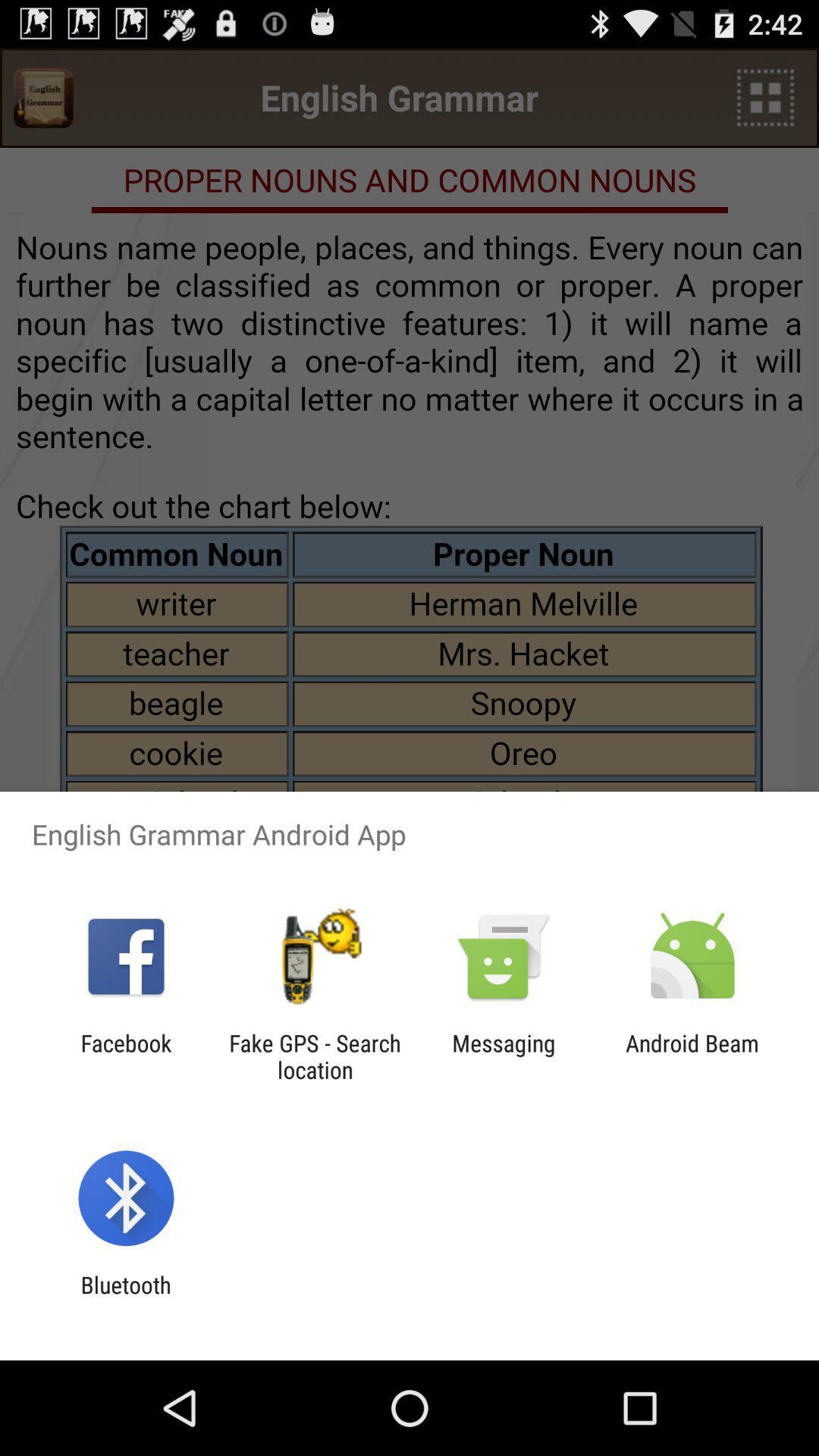 The width and height of the screenshot is (819, 1456). What do you see at coordinates (125, 1056) in the screenshot?
I see `facebook` at bounding box center [125, 1056].